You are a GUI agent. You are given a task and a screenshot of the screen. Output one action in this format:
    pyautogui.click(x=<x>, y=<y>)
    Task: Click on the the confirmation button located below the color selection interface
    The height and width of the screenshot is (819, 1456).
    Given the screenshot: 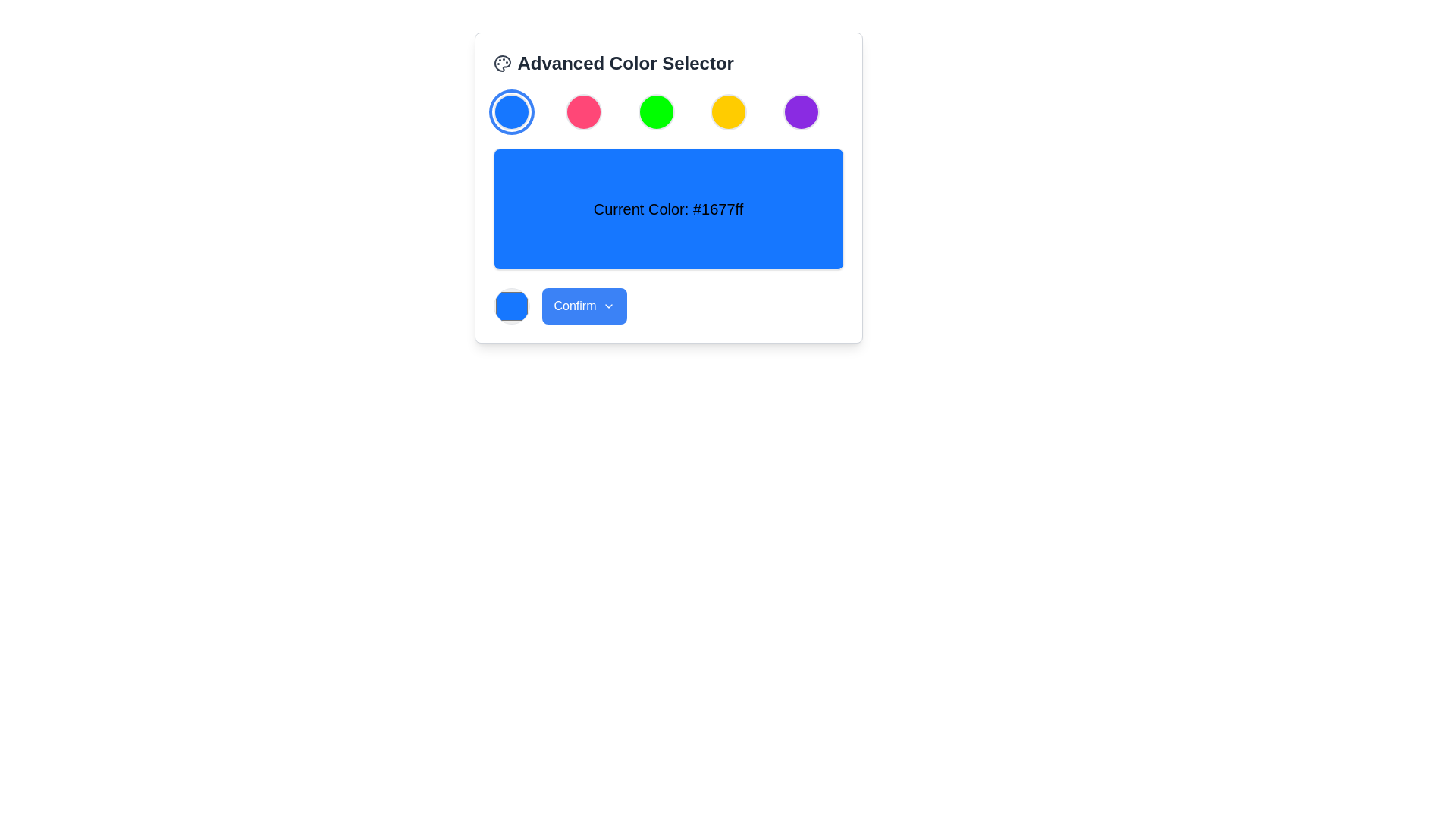 What is the action you would take?
    pyautogui.click(x=583, y=306)
    